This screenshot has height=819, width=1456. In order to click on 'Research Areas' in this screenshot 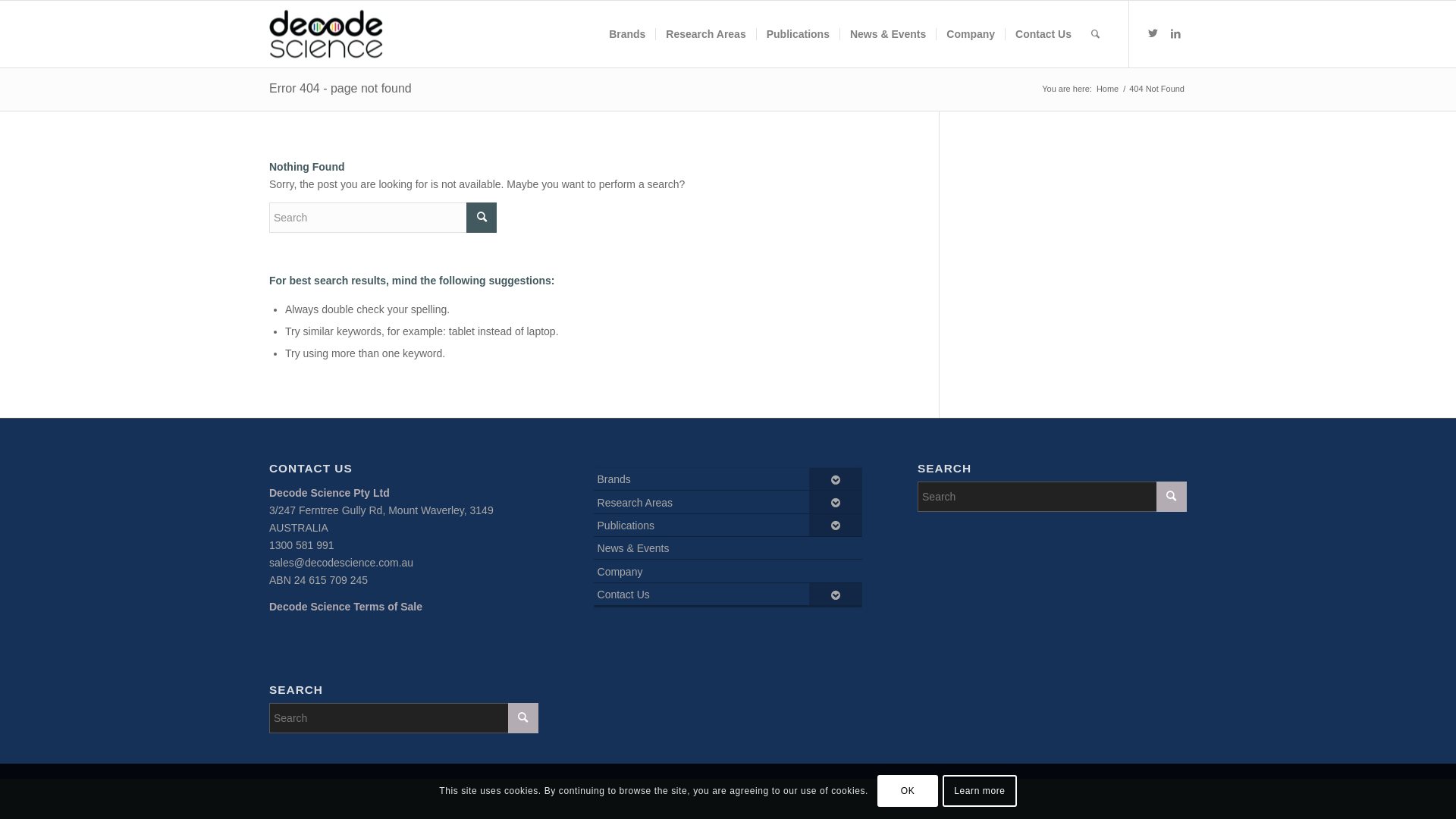, I will do `click(655, 34)`.